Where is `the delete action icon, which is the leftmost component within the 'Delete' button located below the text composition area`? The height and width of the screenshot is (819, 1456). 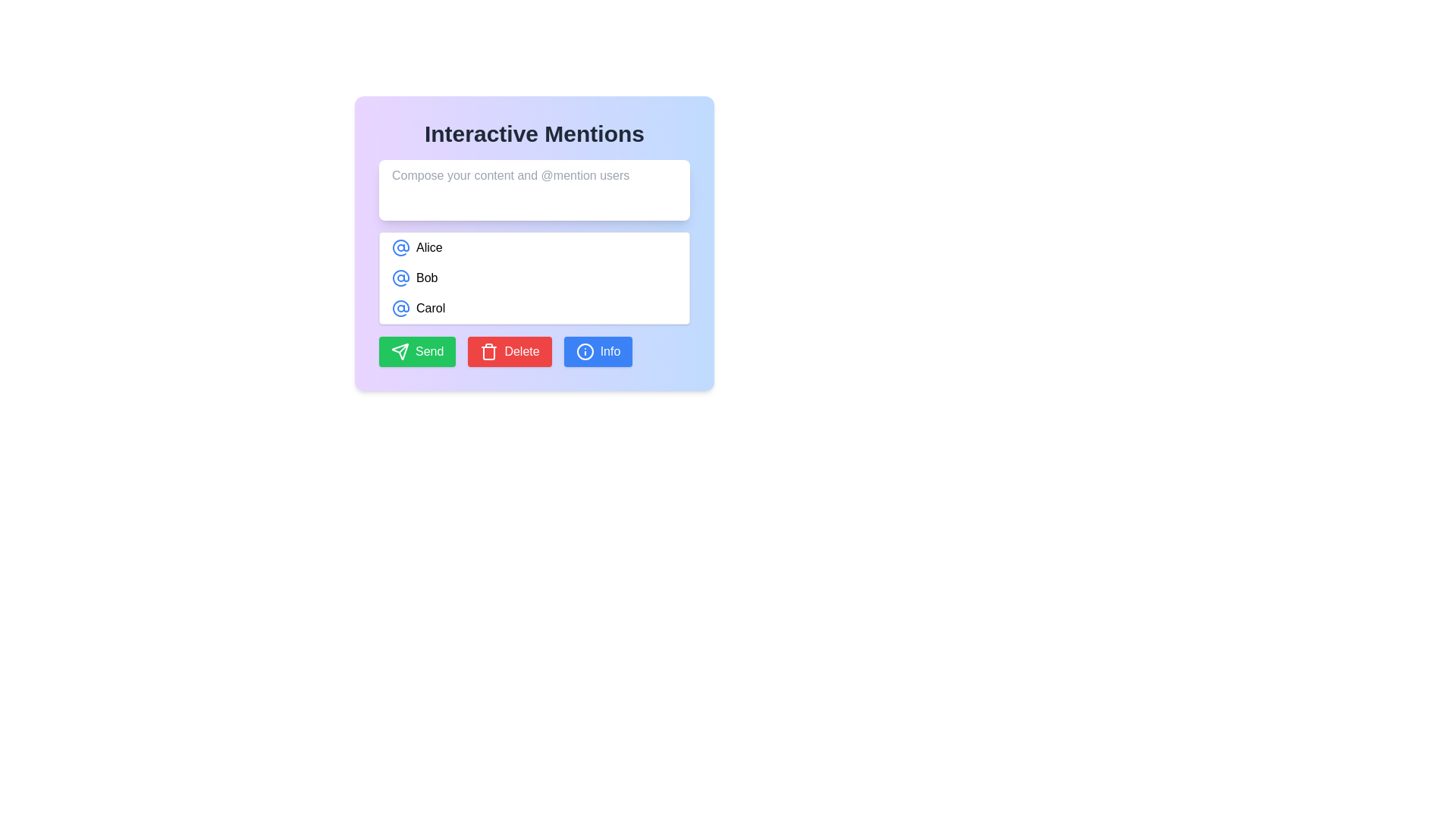 the delete action icon, which is the leftmost component within the 'Delete' button located below the text composition area is located at coordinates (489, 351).